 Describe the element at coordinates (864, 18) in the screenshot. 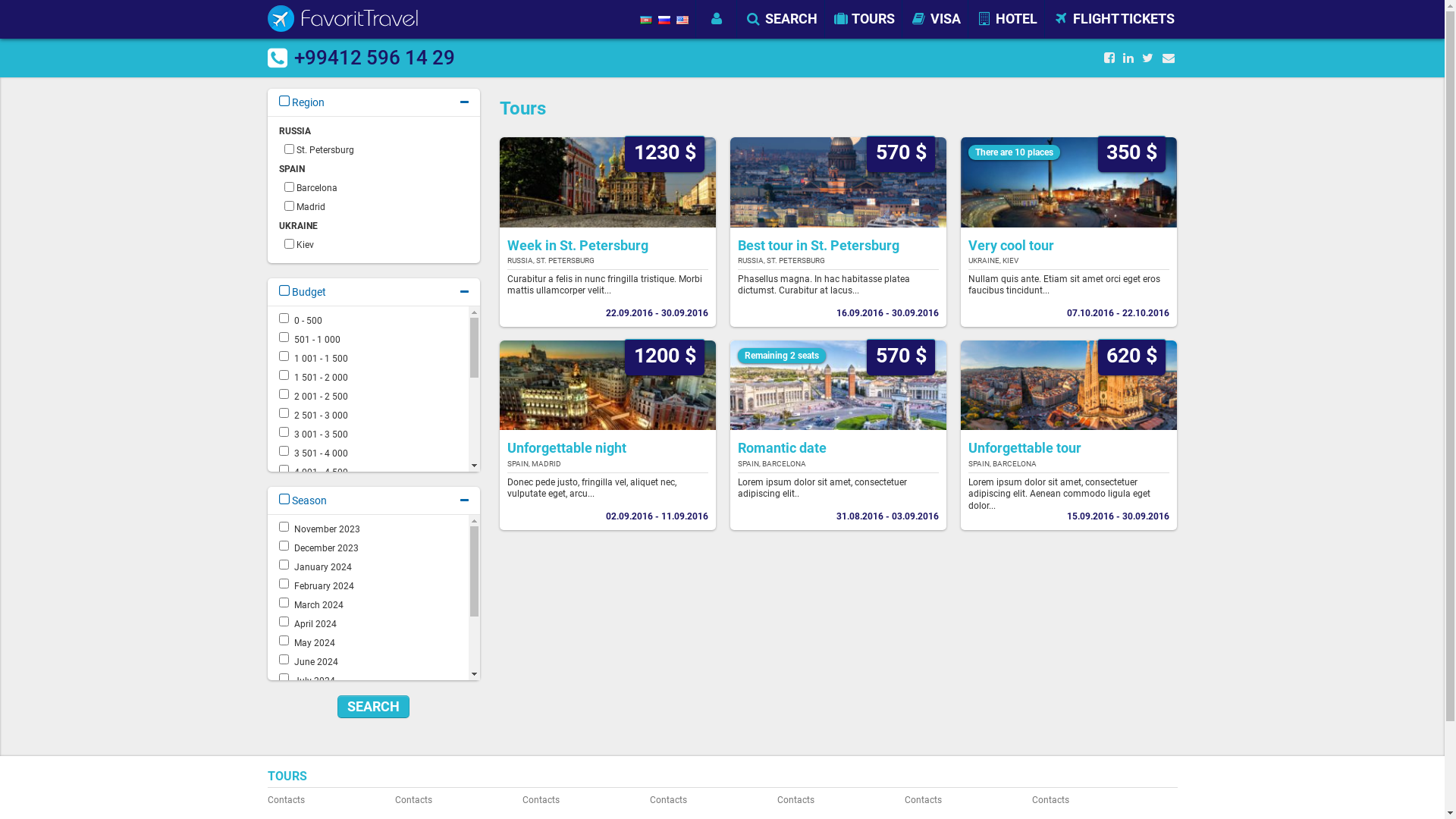

I see `'TOURS'` at that location.